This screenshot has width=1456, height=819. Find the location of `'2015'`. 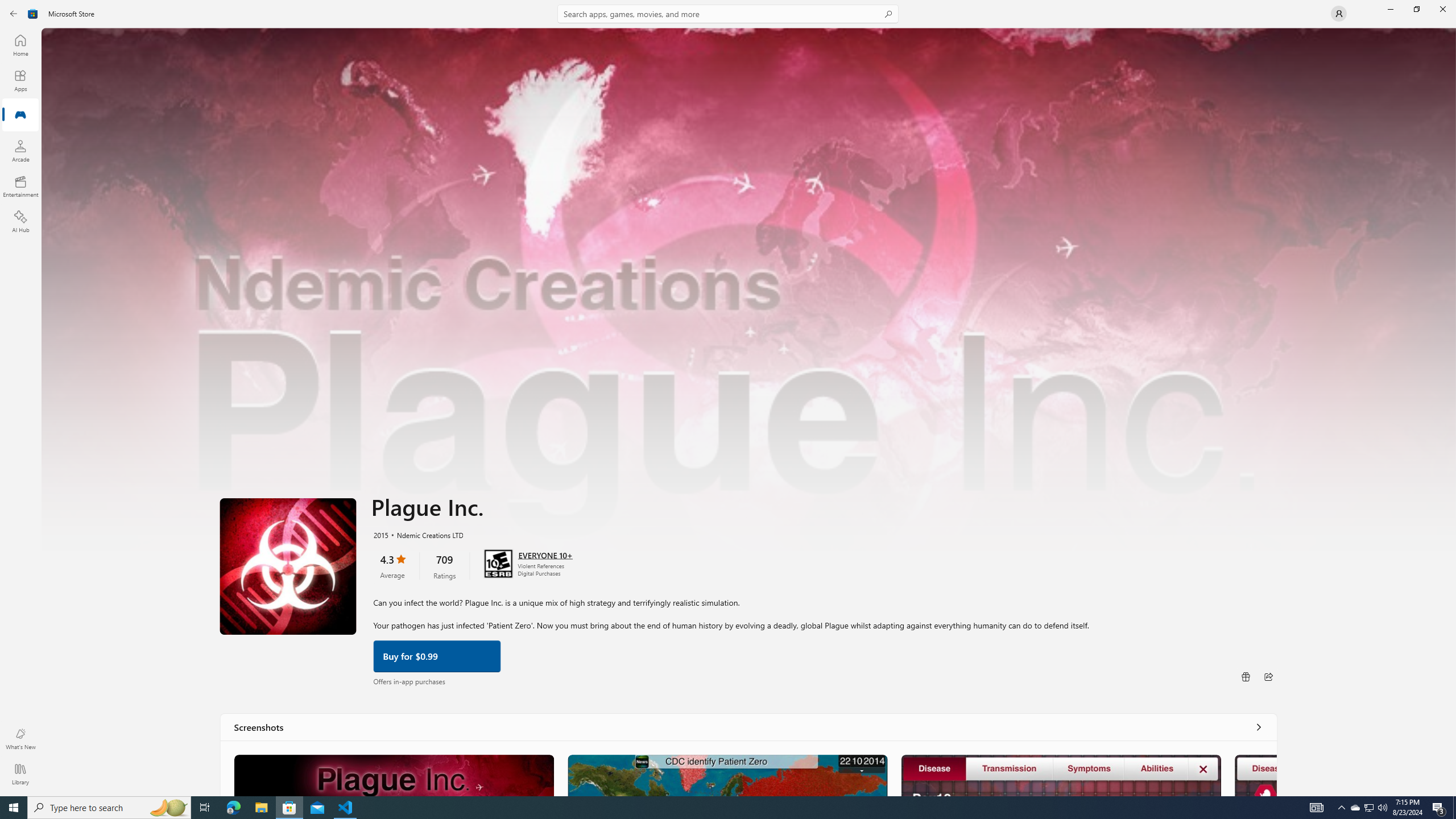

'2015' is located at coordinates (380, 533).